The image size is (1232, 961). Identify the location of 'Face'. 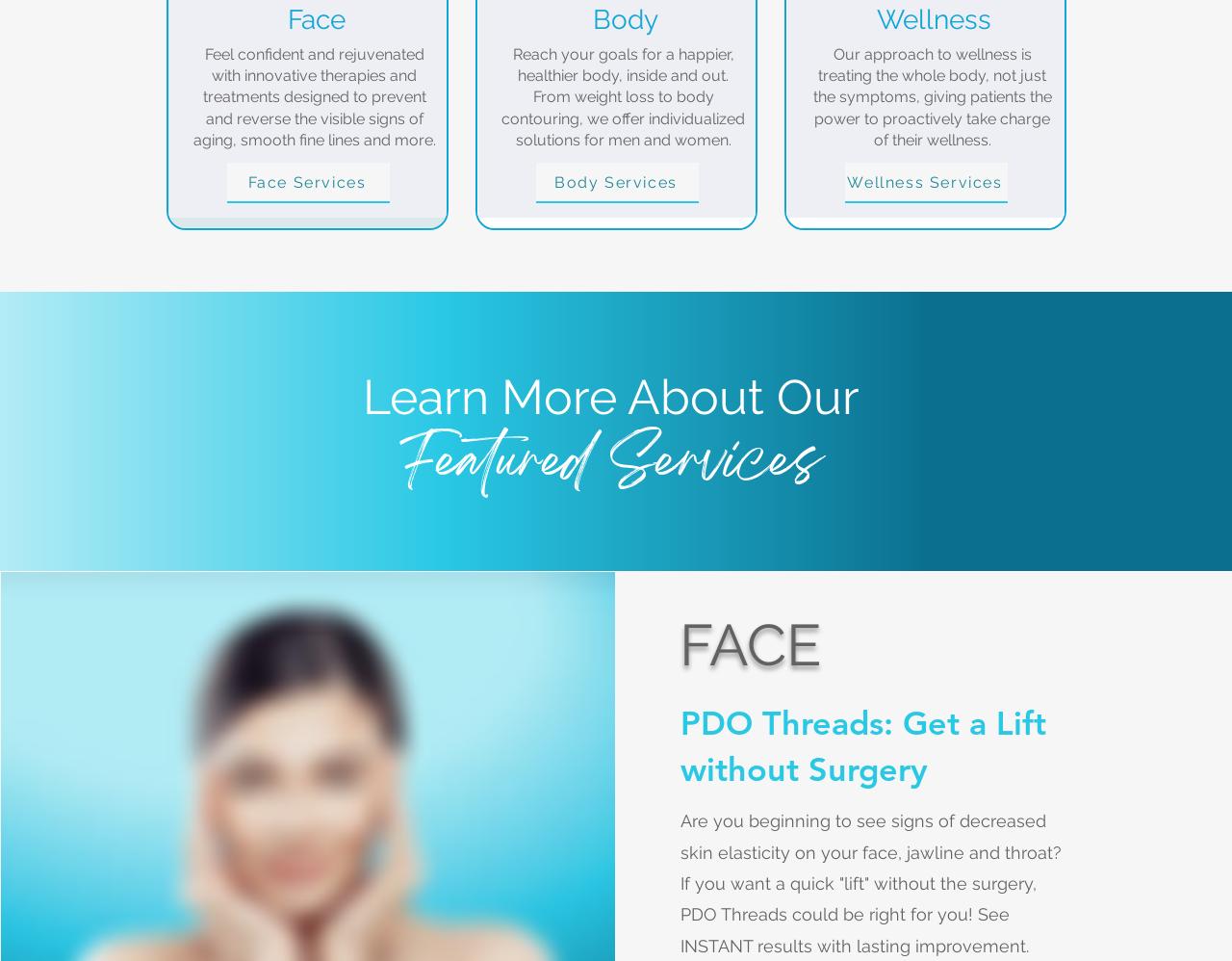
(315, 18).